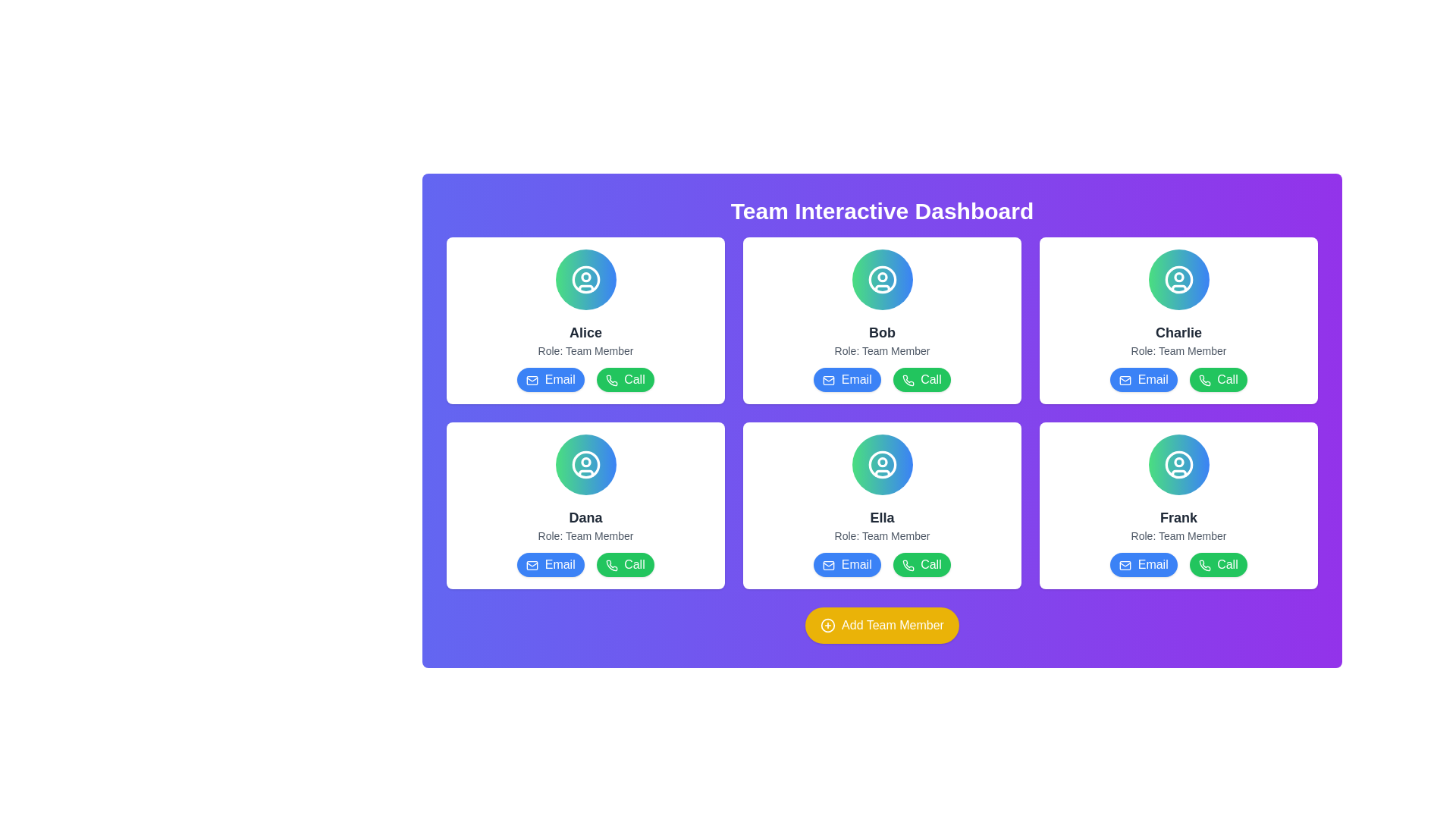 This screenshot has height=819, width=1456. I want to click on the green 'Call' button with a phone icon located in the bottom-right corner of Frank's team member card, so click(1218, 564).